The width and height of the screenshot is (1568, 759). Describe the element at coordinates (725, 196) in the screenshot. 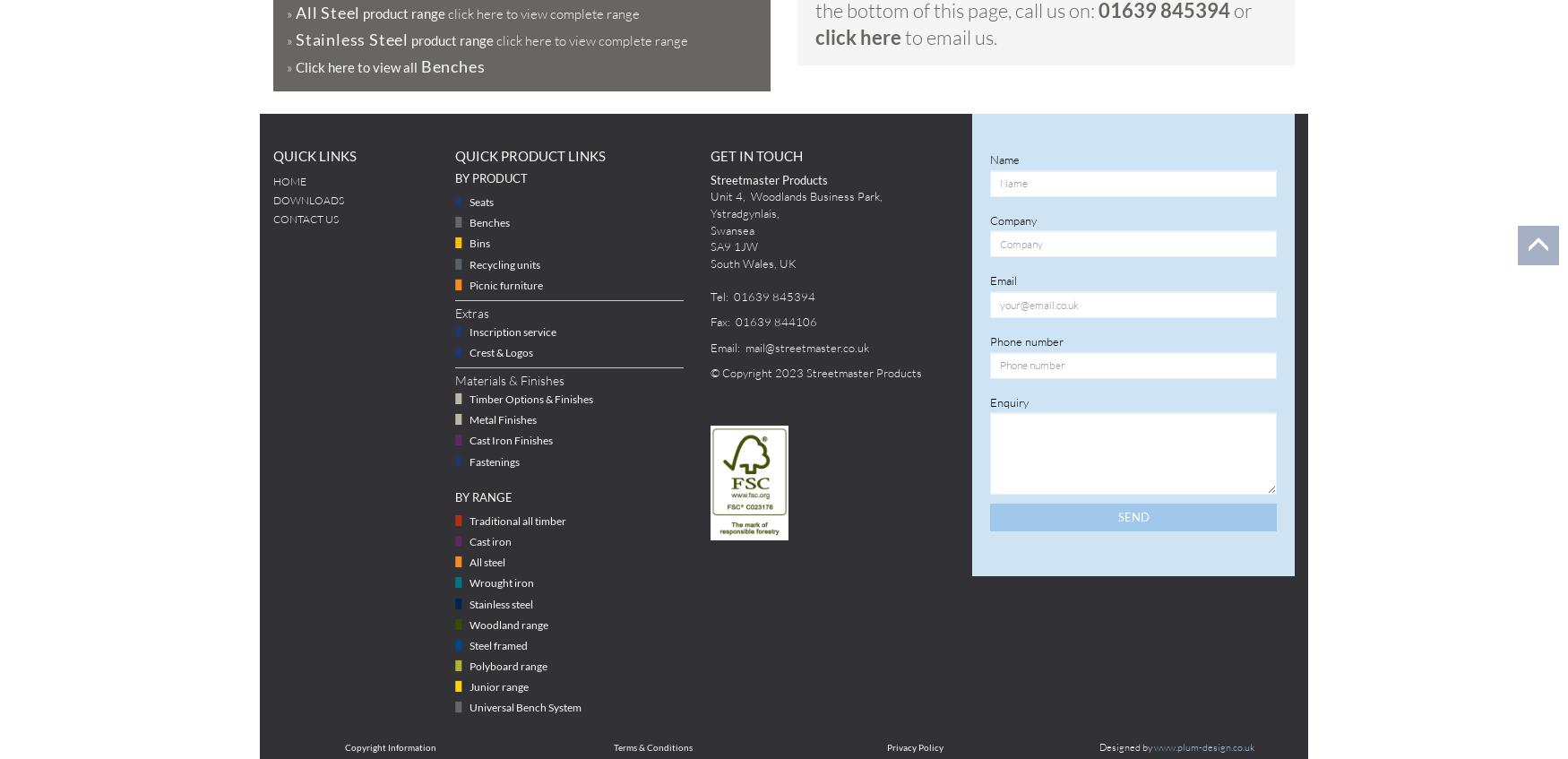

I see `'Unit 4'` at that location.